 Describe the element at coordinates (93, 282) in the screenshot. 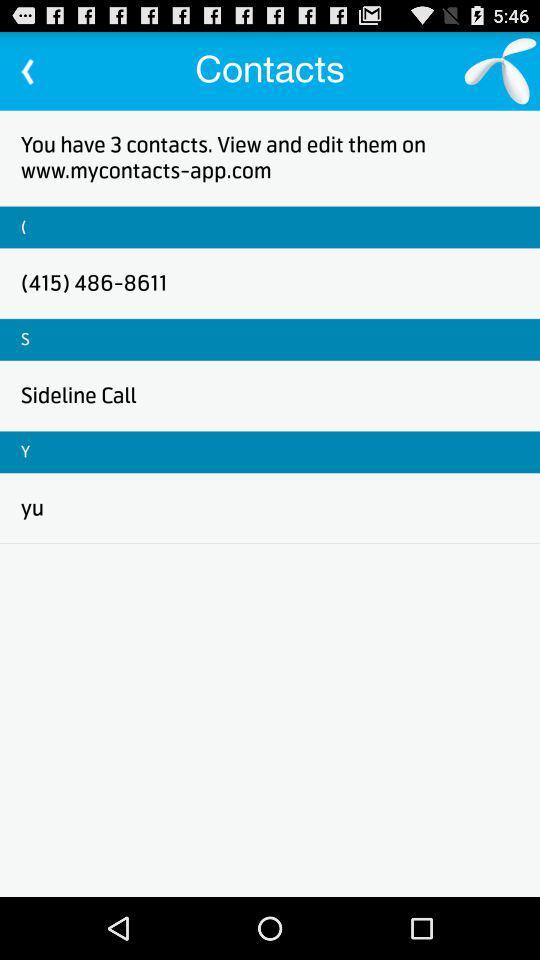

I see `the icon below the (` at that location.